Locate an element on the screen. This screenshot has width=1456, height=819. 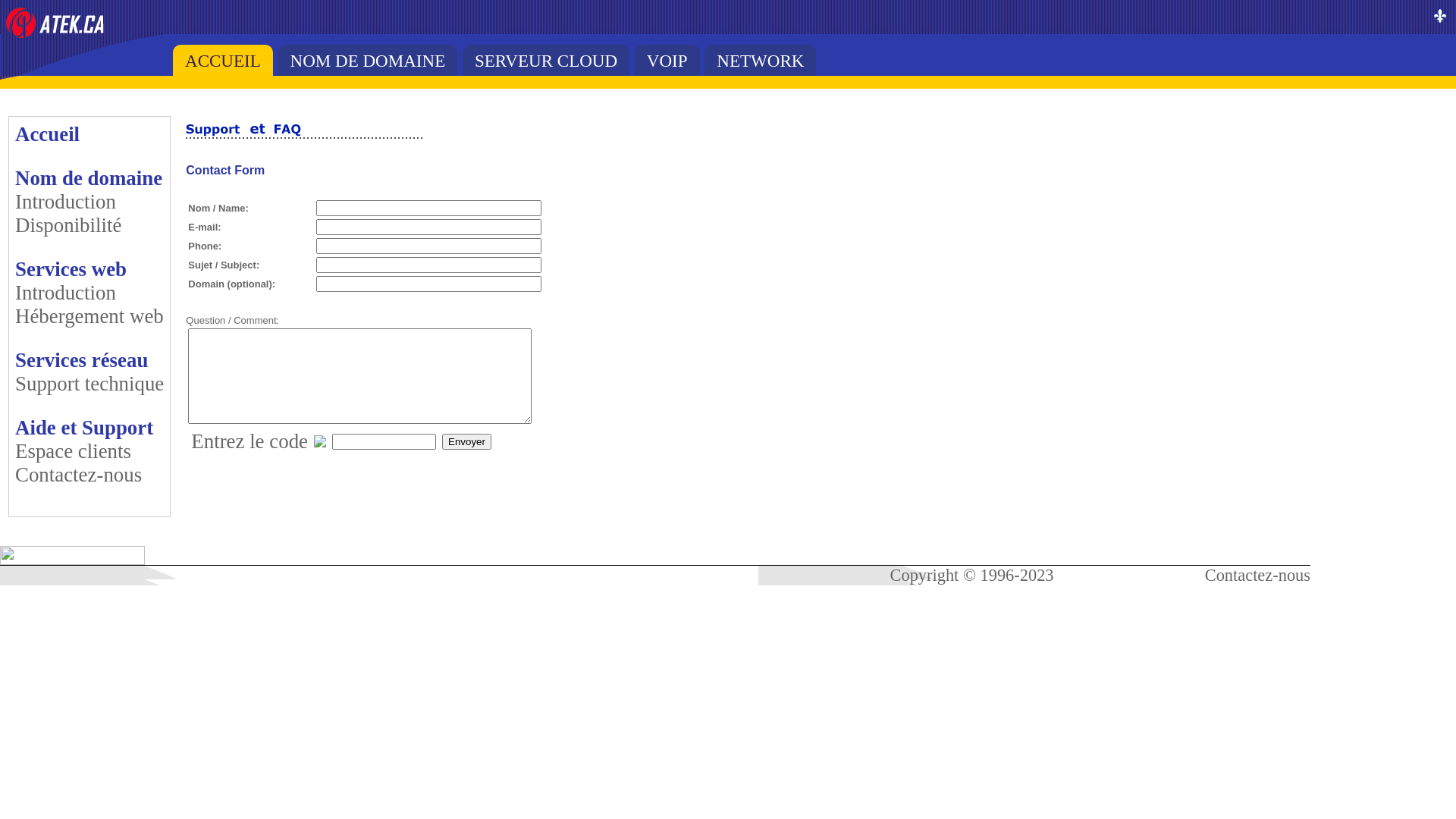
'Espace clients' is located at coordinates (72, 450).